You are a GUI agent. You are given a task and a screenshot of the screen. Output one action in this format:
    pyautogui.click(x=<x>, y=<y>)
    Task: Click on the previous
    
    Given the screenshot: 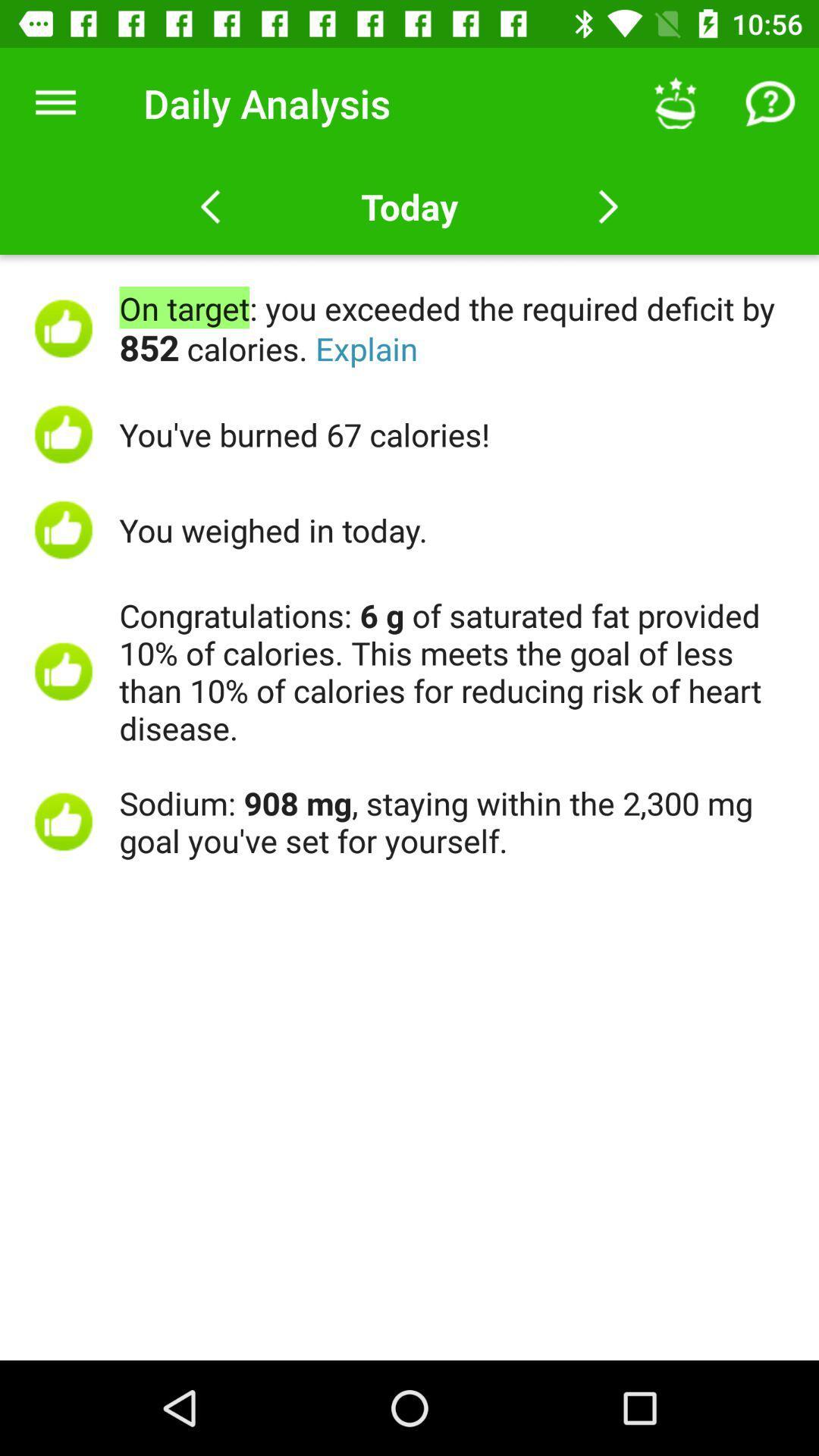 What is the action you would take?
    pyautogui.click(x=210, y=206)
    